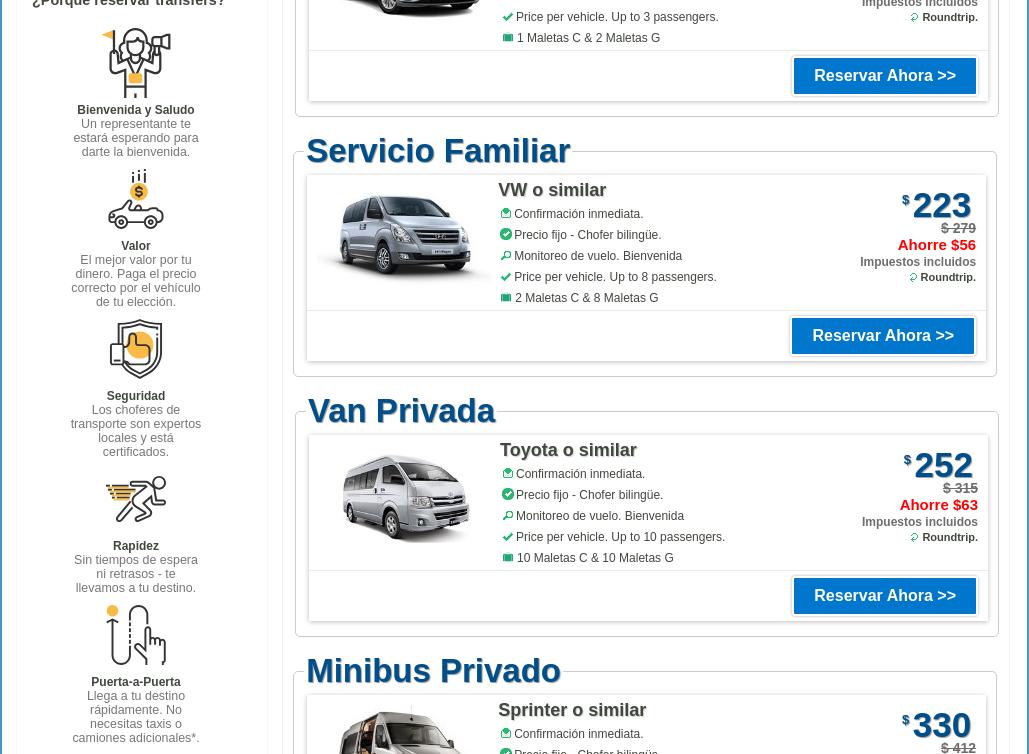 The image size is (1029, 754). Describe the element at coordinates (110, 545) in the screenshot. I see `'Rapidez'` at that location.